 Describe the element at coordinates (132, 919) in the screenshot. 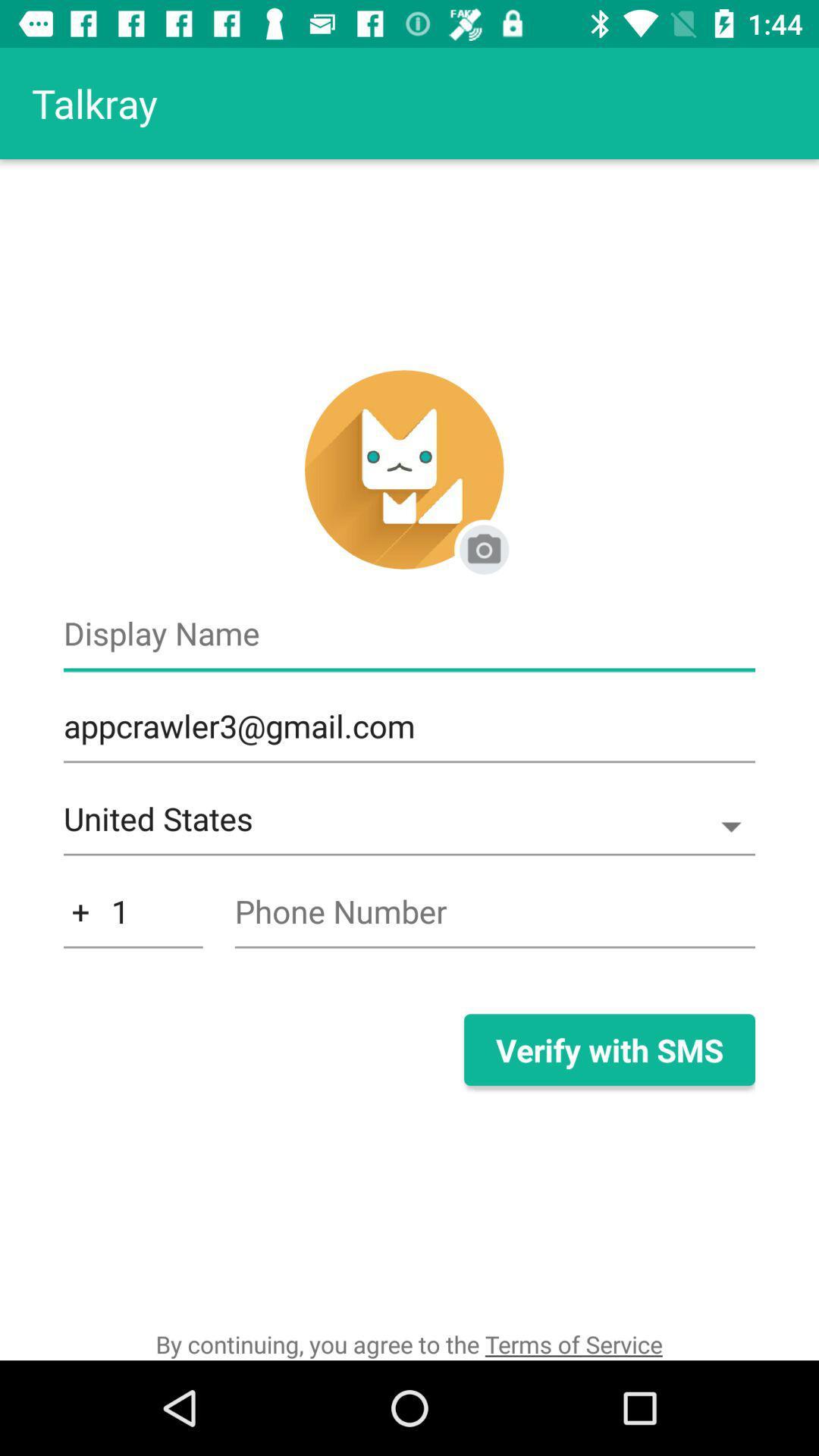

I see `the 1 icon` at that location.